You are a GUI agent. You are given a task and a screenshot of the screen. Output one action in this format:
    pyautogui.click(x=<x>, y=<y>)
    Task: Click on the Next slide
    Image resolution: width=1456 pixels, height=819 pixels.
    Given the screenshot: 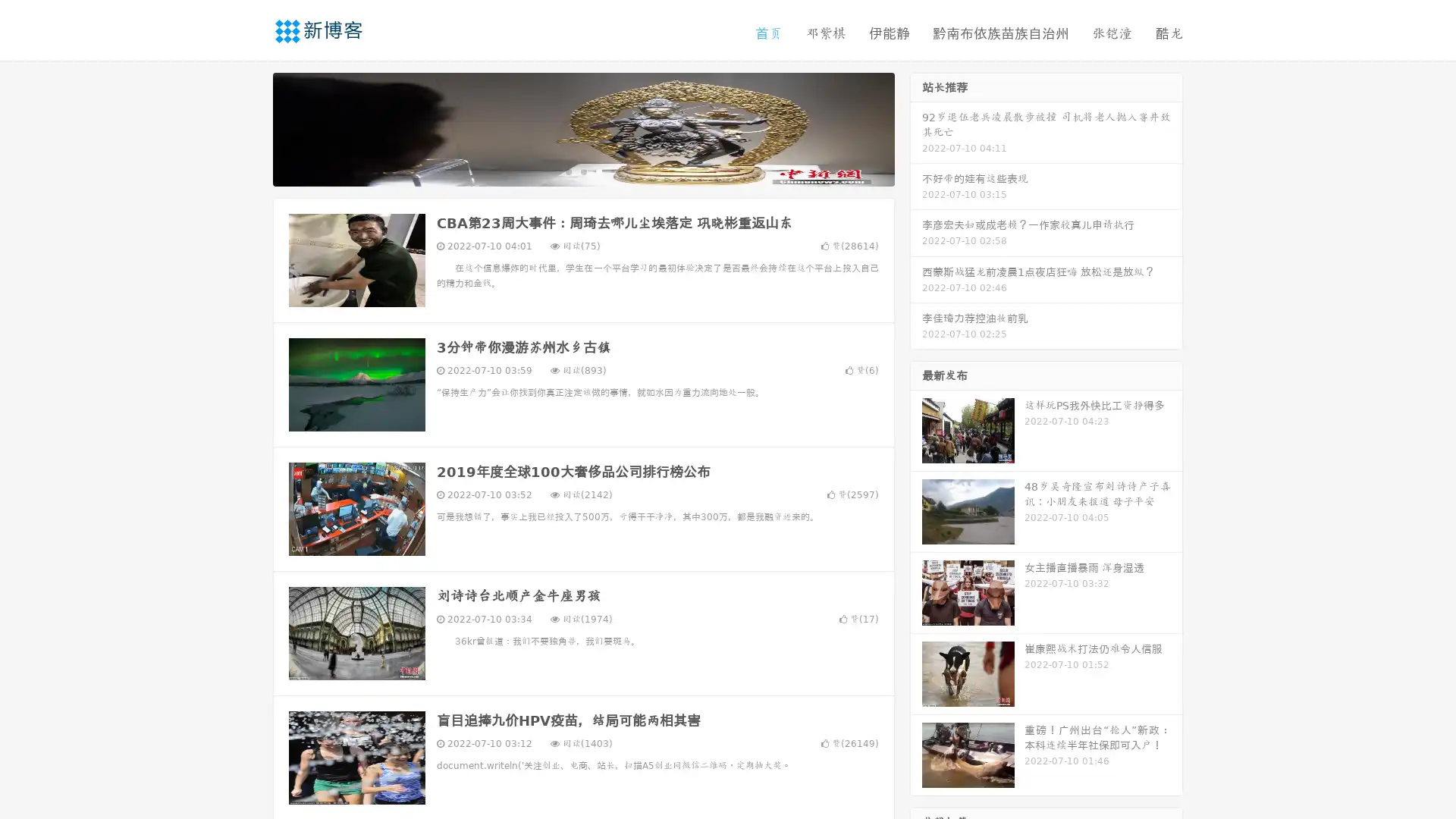 What is the action you would take?
    pyautogui.click(x=916, y=127)
    